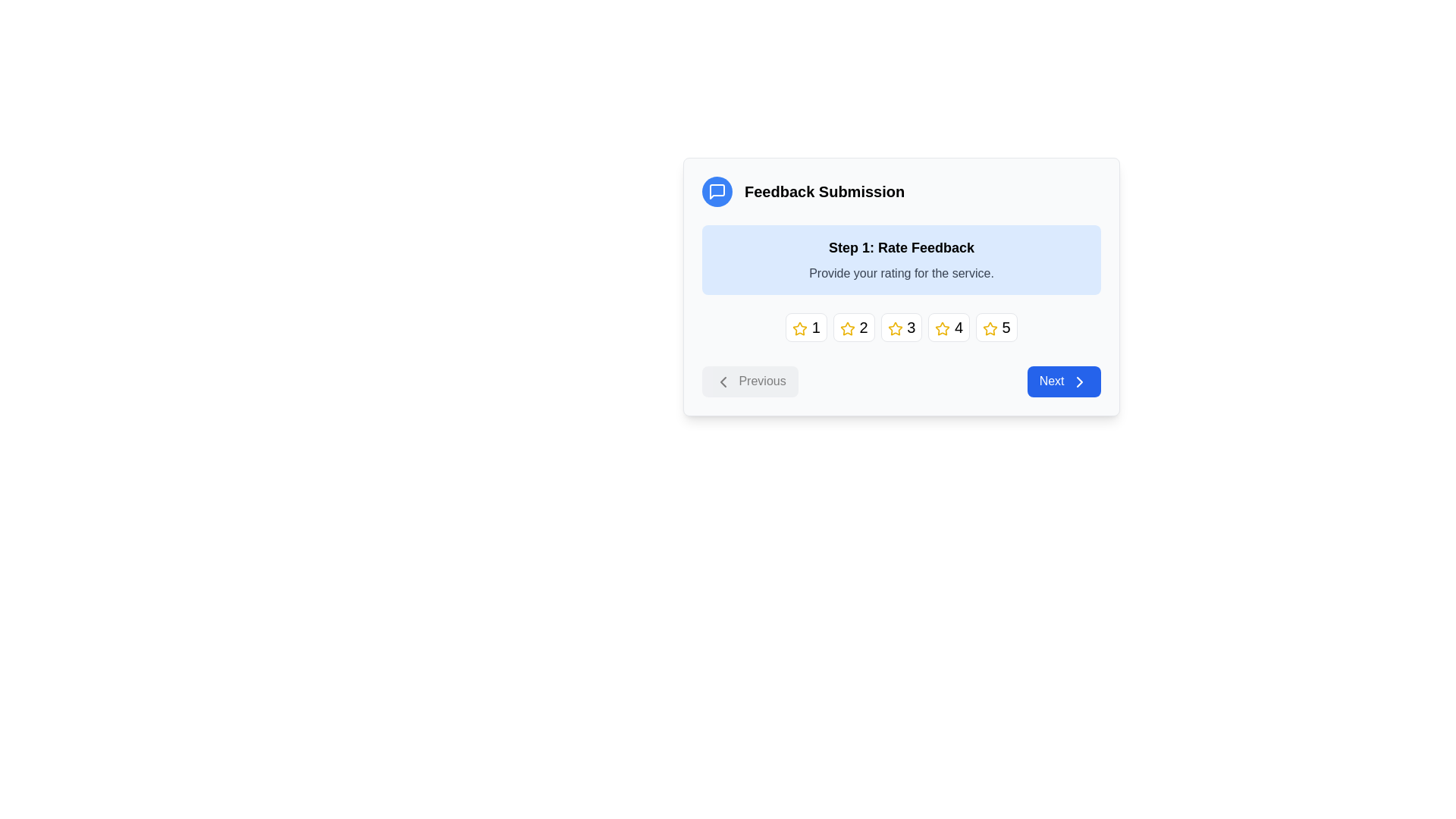  Describe the element at coordinates (723, 380) in the screenshot. I see `the left-facing arrow icon, styled as an outline with rounded edges, located next to the 'Previous' text on the light gray button` at that location.